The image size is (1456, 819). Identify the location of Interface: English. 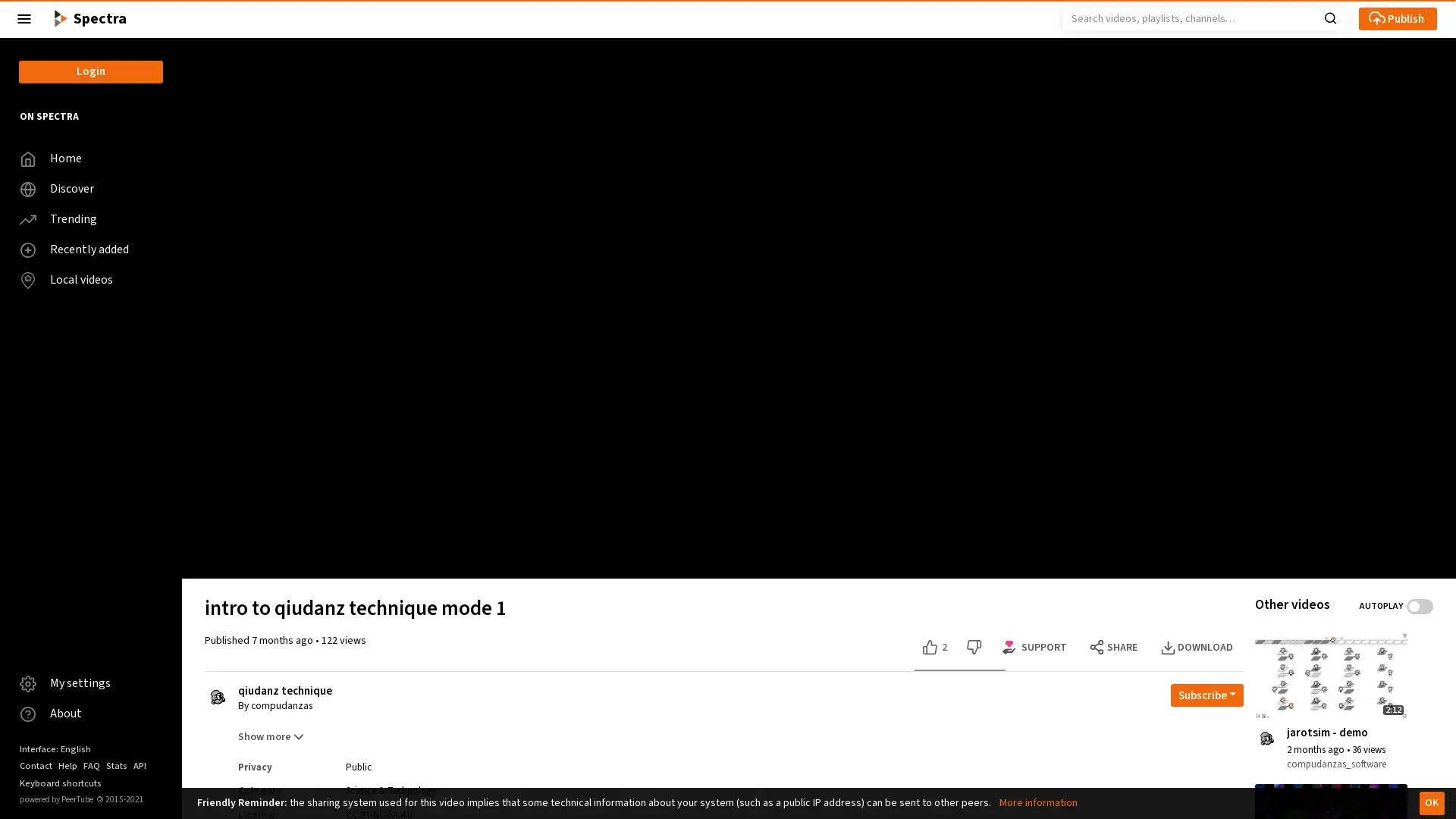
(55, 748).